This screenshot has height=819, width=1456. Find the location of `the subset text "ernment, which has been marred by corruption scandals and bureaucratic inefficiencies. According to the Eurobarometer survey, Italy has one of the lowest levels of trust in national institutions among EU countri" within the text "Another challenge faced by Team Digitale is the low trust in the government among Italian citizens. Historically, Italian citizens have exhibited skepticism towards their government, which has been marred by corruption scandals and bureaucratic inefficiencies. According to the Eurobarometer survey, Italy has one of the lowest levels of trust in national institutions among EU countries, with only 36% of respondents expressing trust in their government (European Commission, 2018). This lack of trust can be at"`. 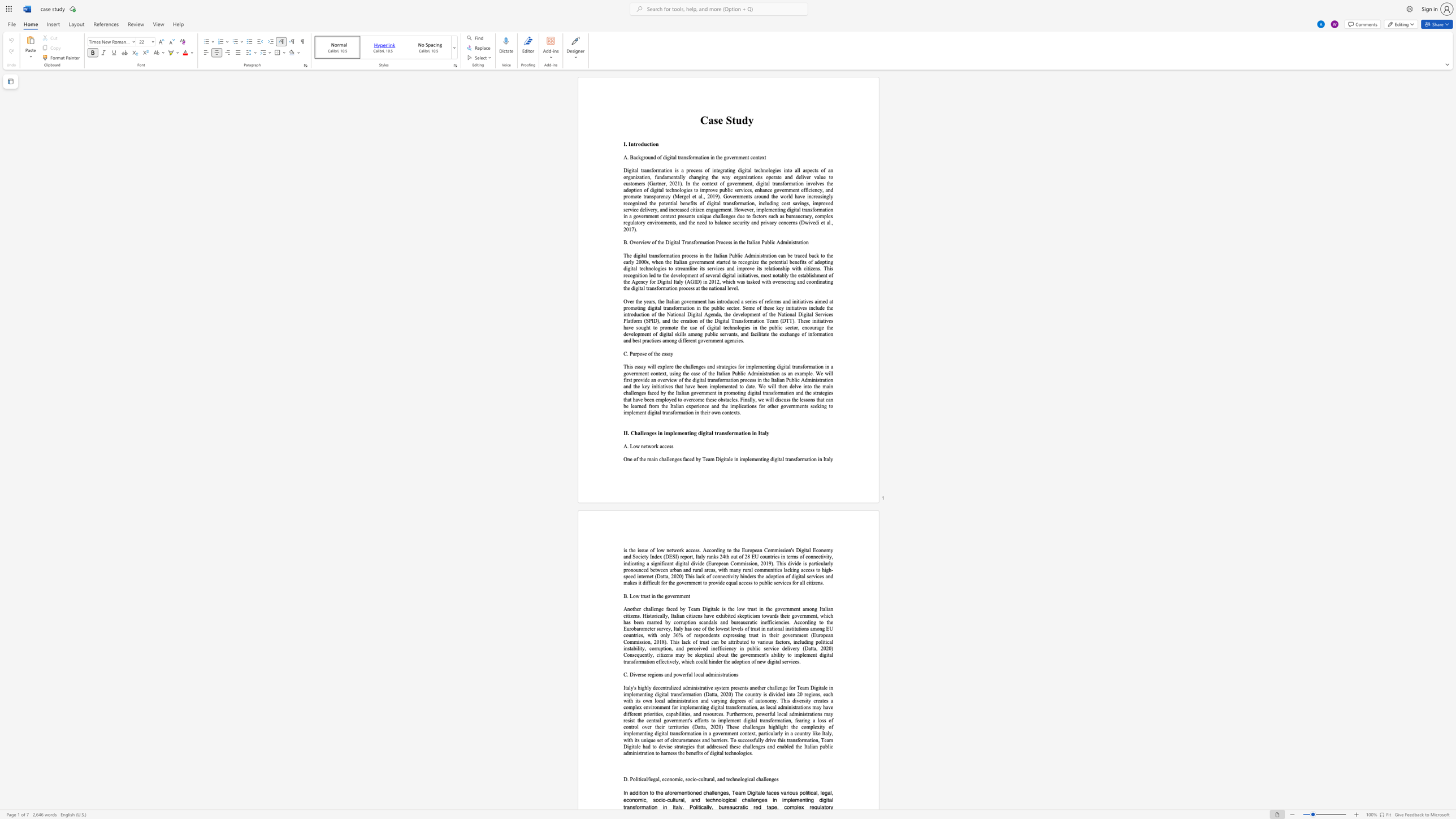

the subset text "ernment, which has been marred by corruption scandals and bureaucratic inefficiencies. According to the Eurobarometer survey, Italy has one of the lowest levels of trust in national institutions among EU countri" within the text "Another challenge faced by Team Digitale is the low trust in the government among Italian citizens. Historically, Italian citizens have exhibited skepticism towards their government, which has been marred by corruption scandals and bureaucratic inefficiencies. According to the Eurobarometer survey, Italy has one of the lowest levels of trust in national institutions among EU countries, with only 36% of respondents expressing trust in their government (European Commission, 2018). This lack of trust can be at" is located at coordinates (800, 615).